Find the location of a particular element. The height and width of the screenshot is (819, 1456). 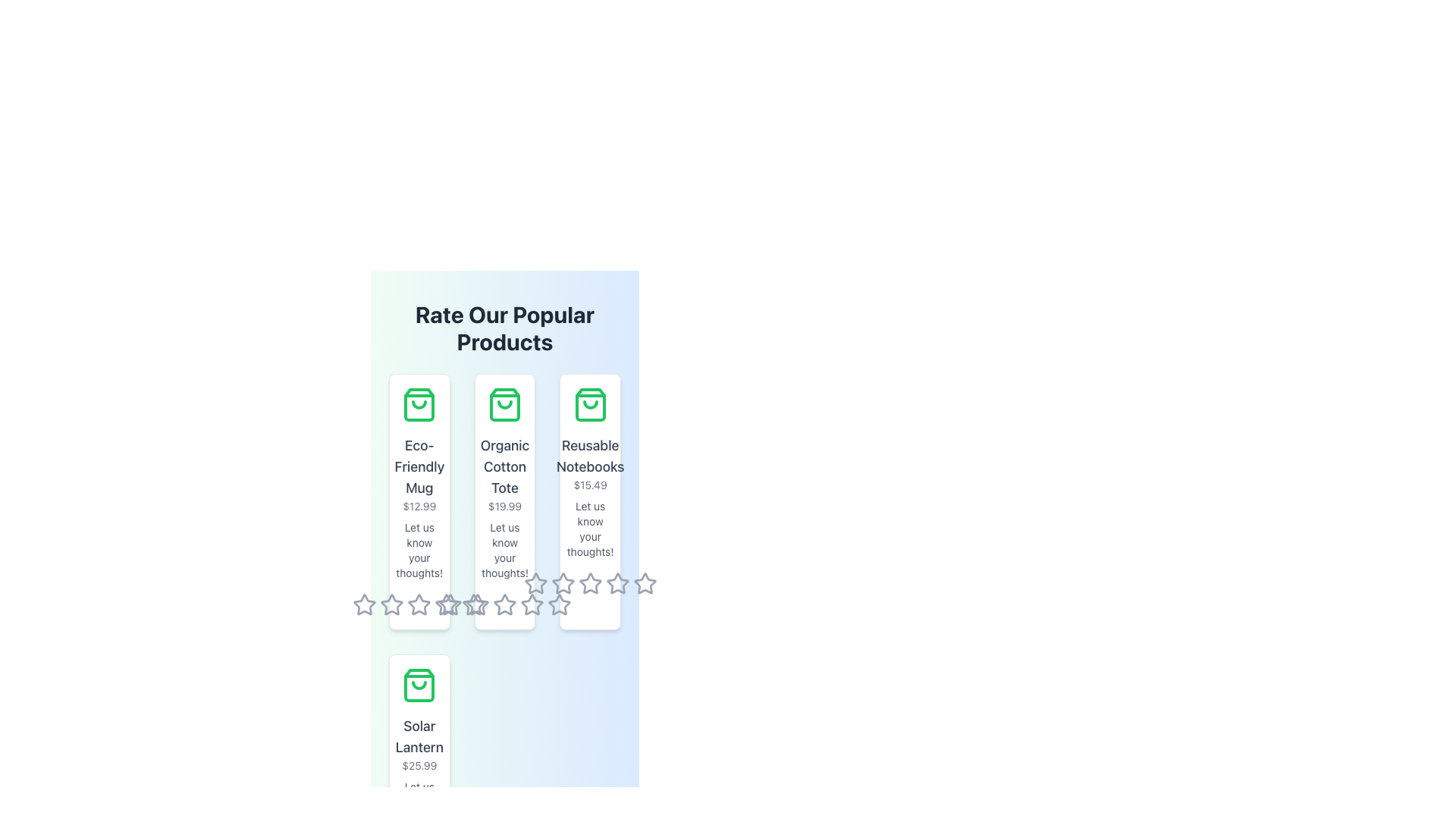

the third star in the horizontal series of five stars below the 'Organic Cotton Tote' product card is located at coordinates (473, 604).